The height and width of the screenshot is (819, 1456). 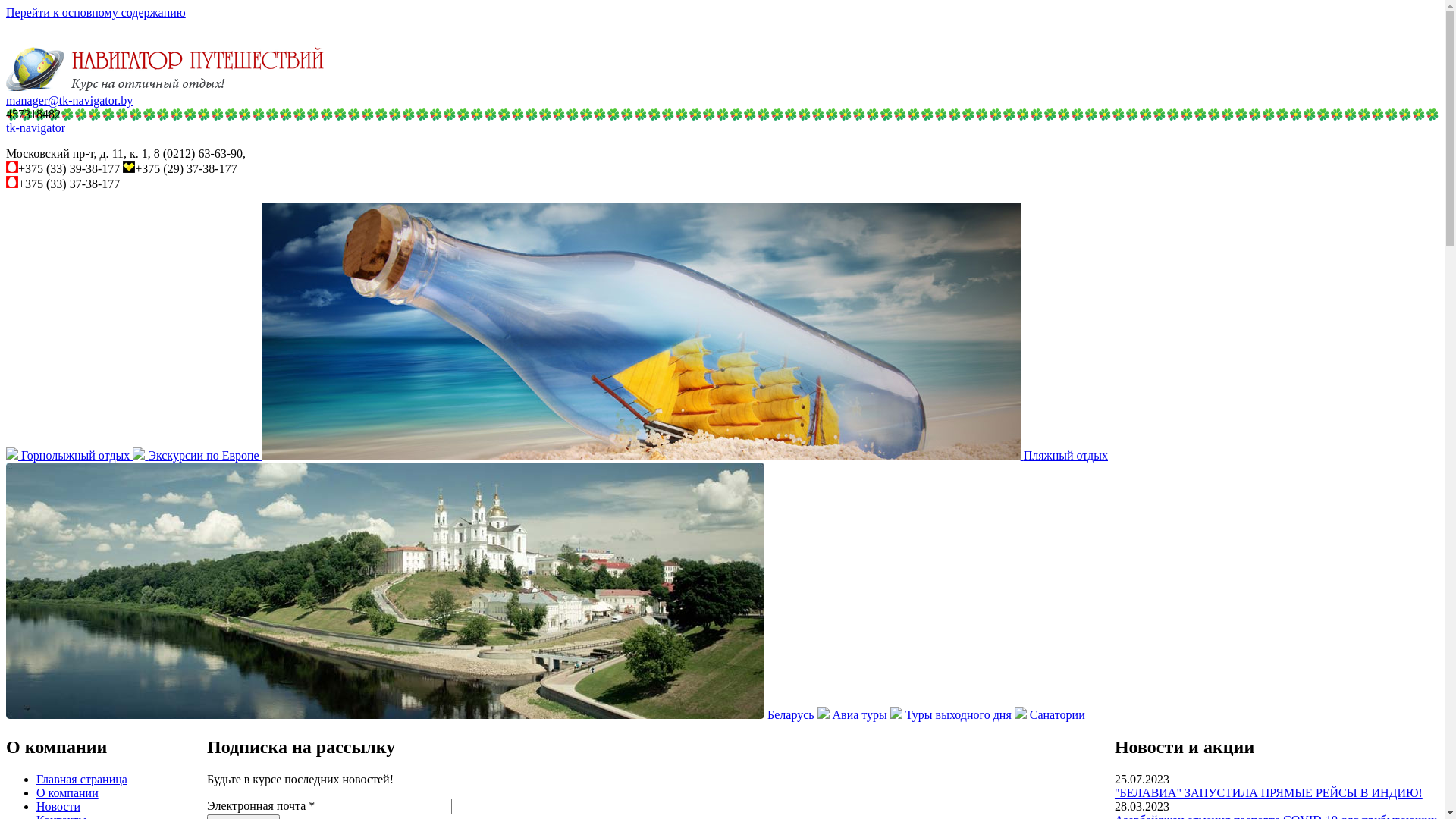 What do you see at coordinates (68, 100) in the screenshot?
I see `'manager@tk-navigator.by'` at bounding box center [68, 100].